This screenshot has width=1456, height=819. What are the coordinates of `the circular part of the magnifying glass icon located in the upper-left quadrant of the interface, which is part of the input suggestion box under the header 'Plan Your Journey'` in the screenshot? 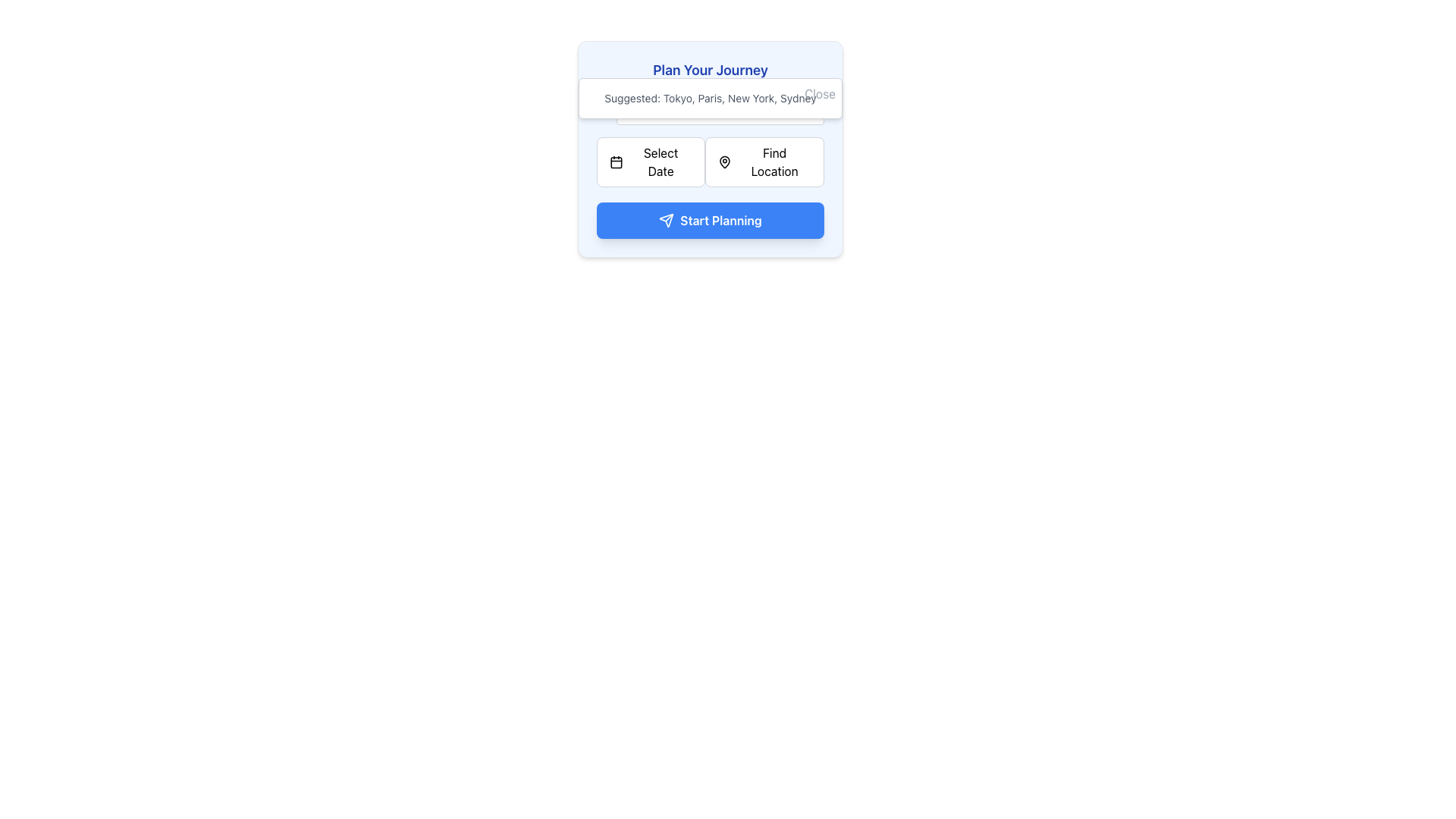 It's located at (602, 108).